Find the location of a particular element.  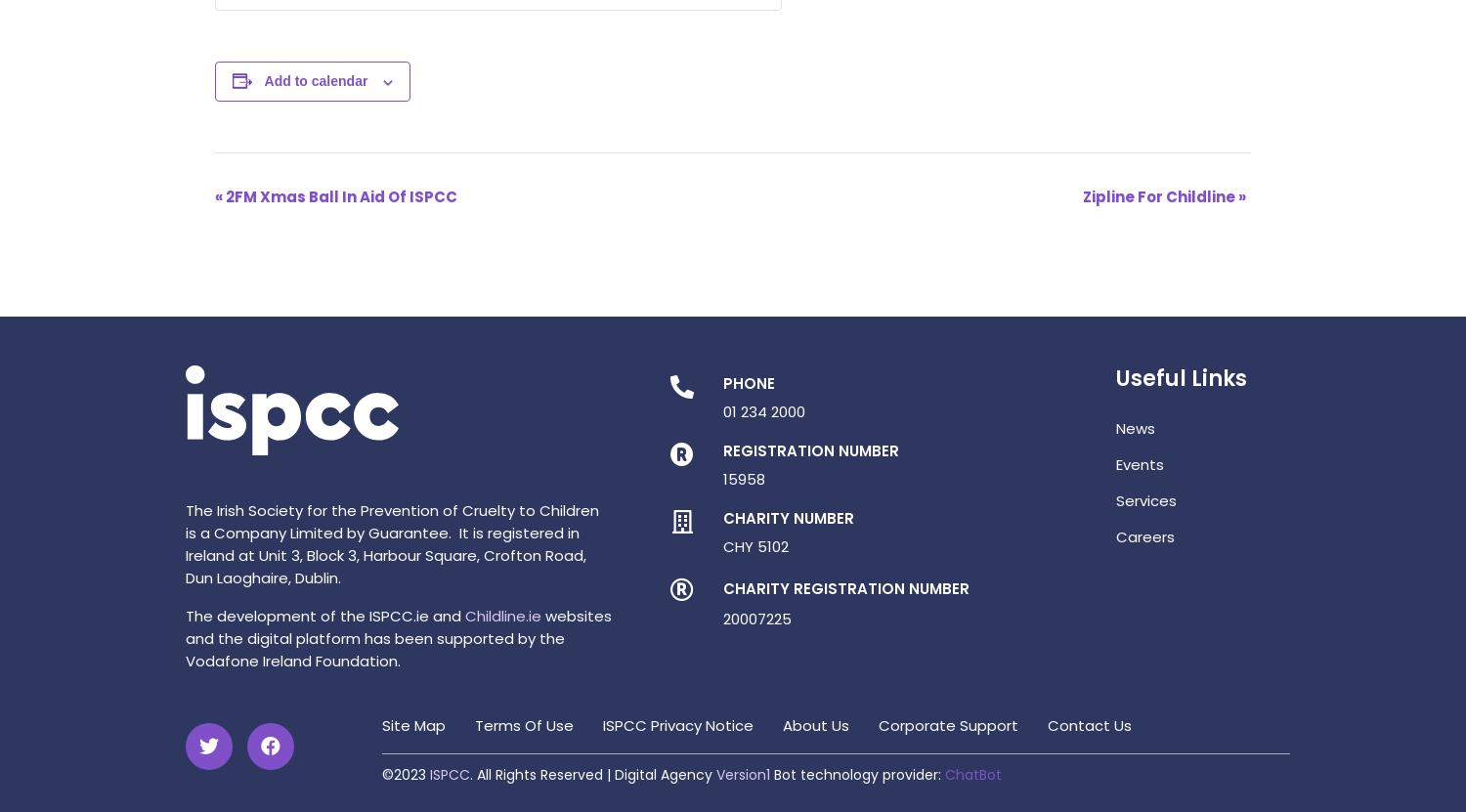

'15958' is located at coordinates (721, 479).